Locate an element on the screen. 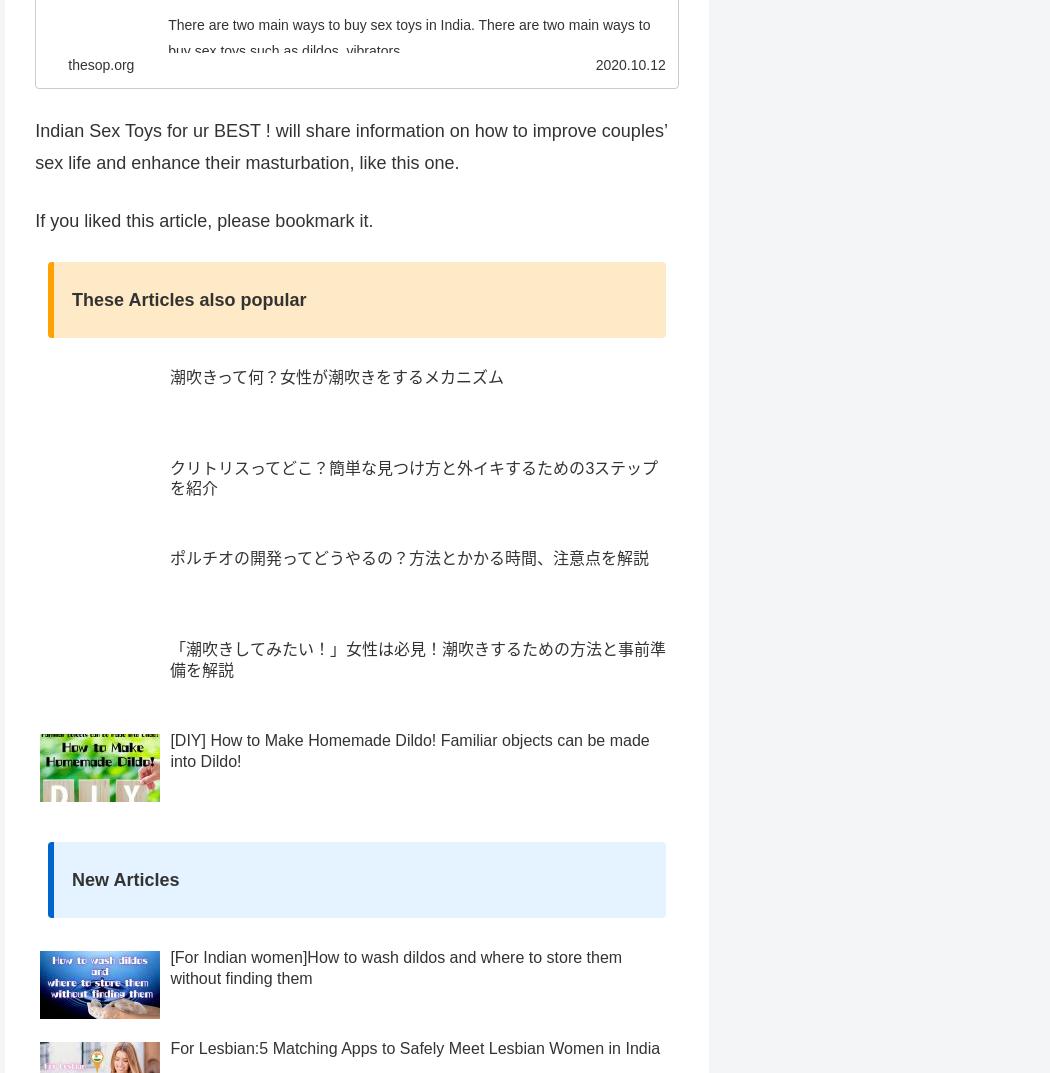  'These Articles also popular' is located at coordinates (188, 335).